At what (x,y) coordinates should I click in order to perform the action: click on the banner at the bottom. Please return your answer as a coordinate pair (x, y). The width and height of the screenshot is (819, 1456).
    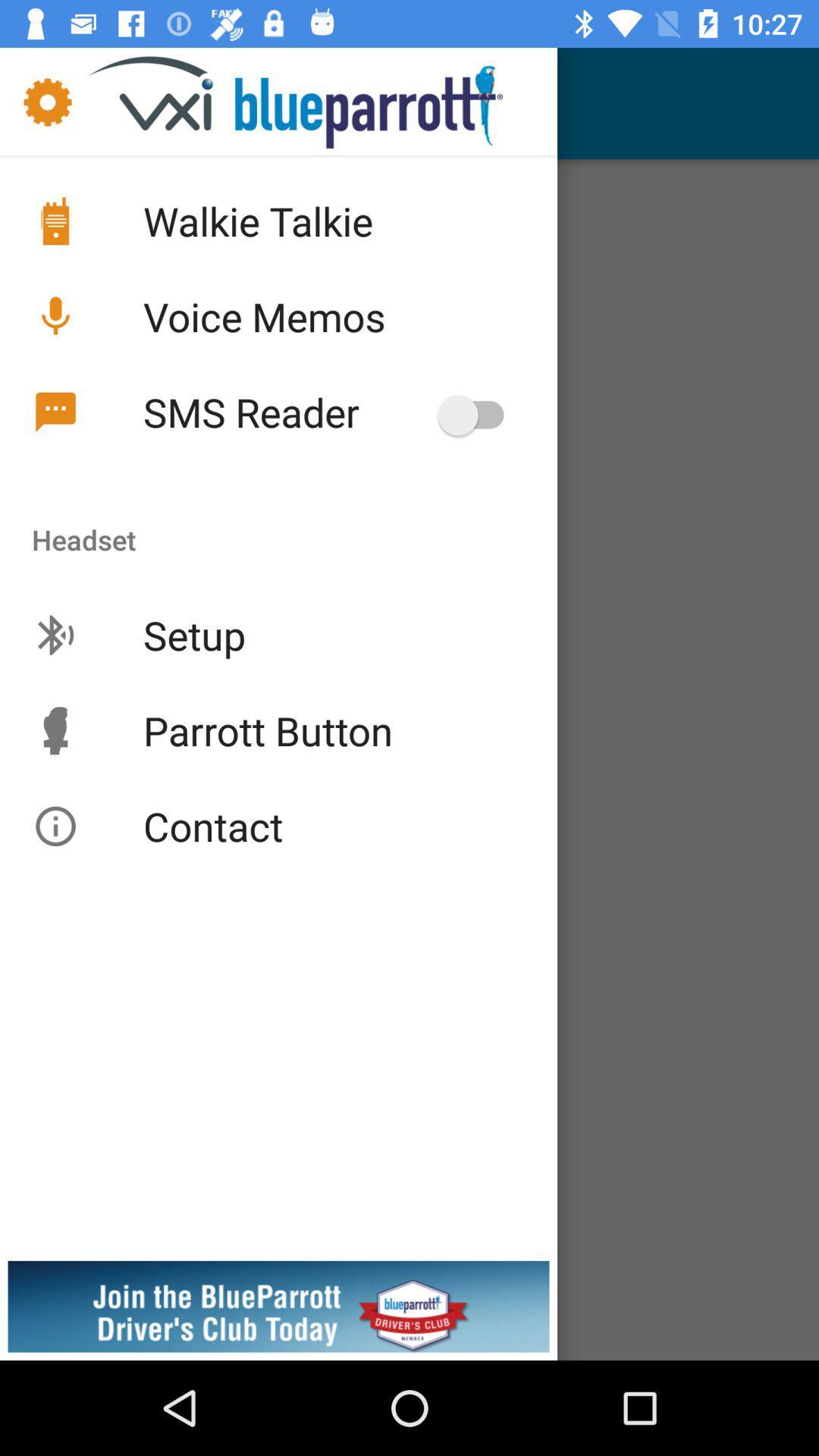
    Looking at the image, I should click on (409, 1259).